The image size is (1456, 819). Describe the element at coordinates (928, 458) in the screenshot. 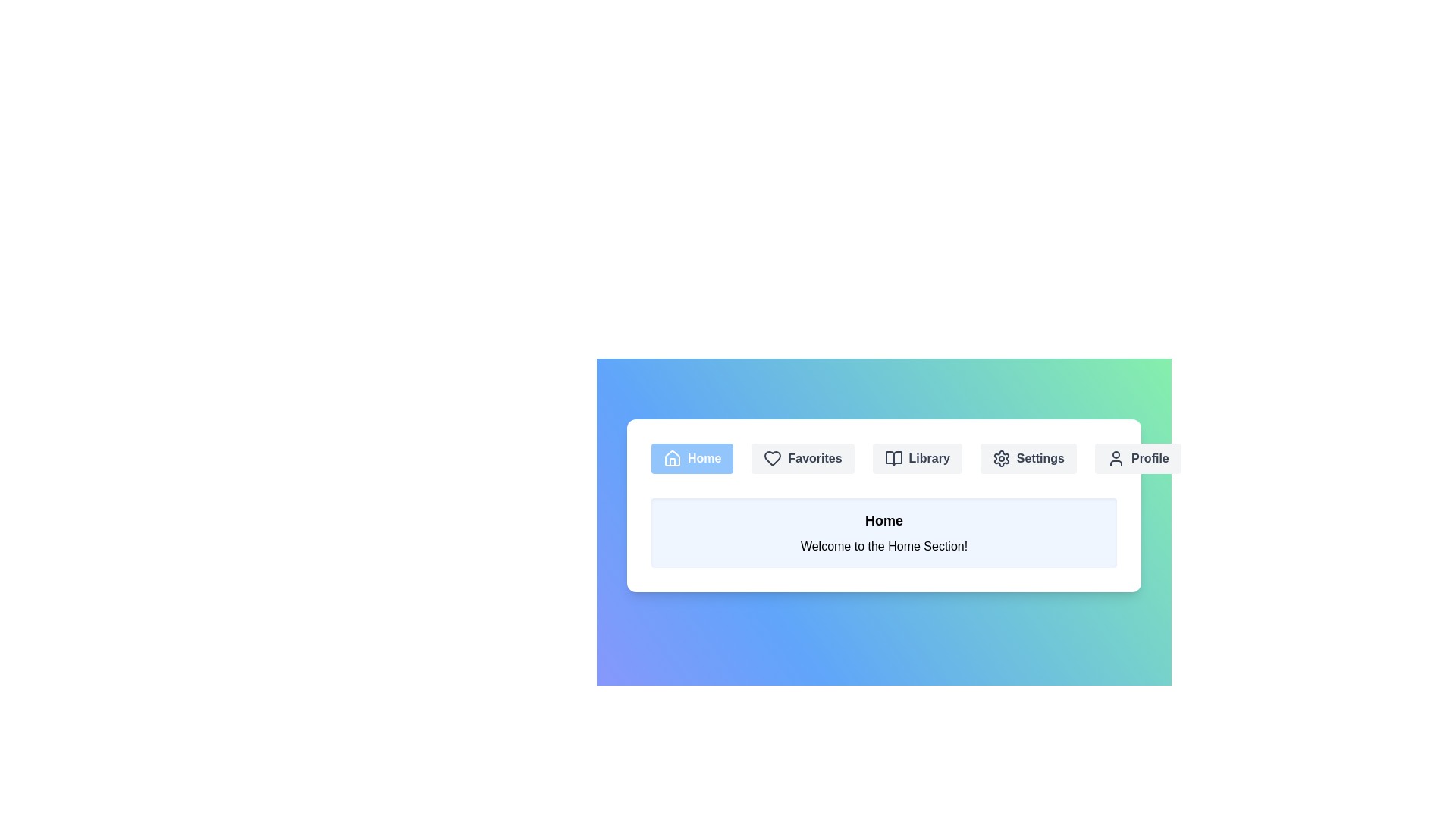

I see `the 'Library' text label which is styled in a dark font and is part of the menu option next to a book icon` at that location.